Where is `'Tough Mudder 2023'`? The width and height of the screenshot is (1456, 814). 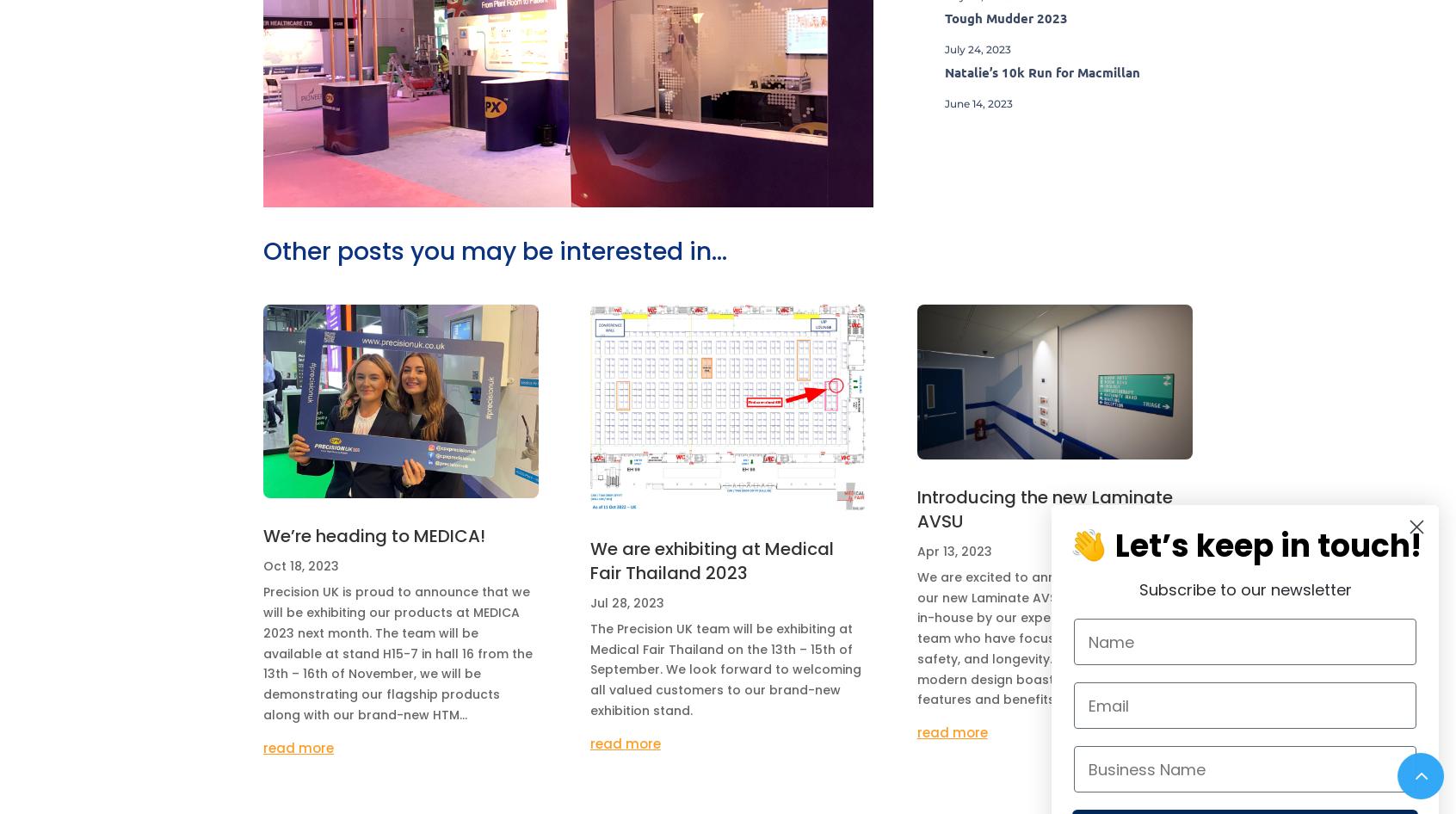 'Tough Mudder 2023' is located at coordinates (1004, 18).